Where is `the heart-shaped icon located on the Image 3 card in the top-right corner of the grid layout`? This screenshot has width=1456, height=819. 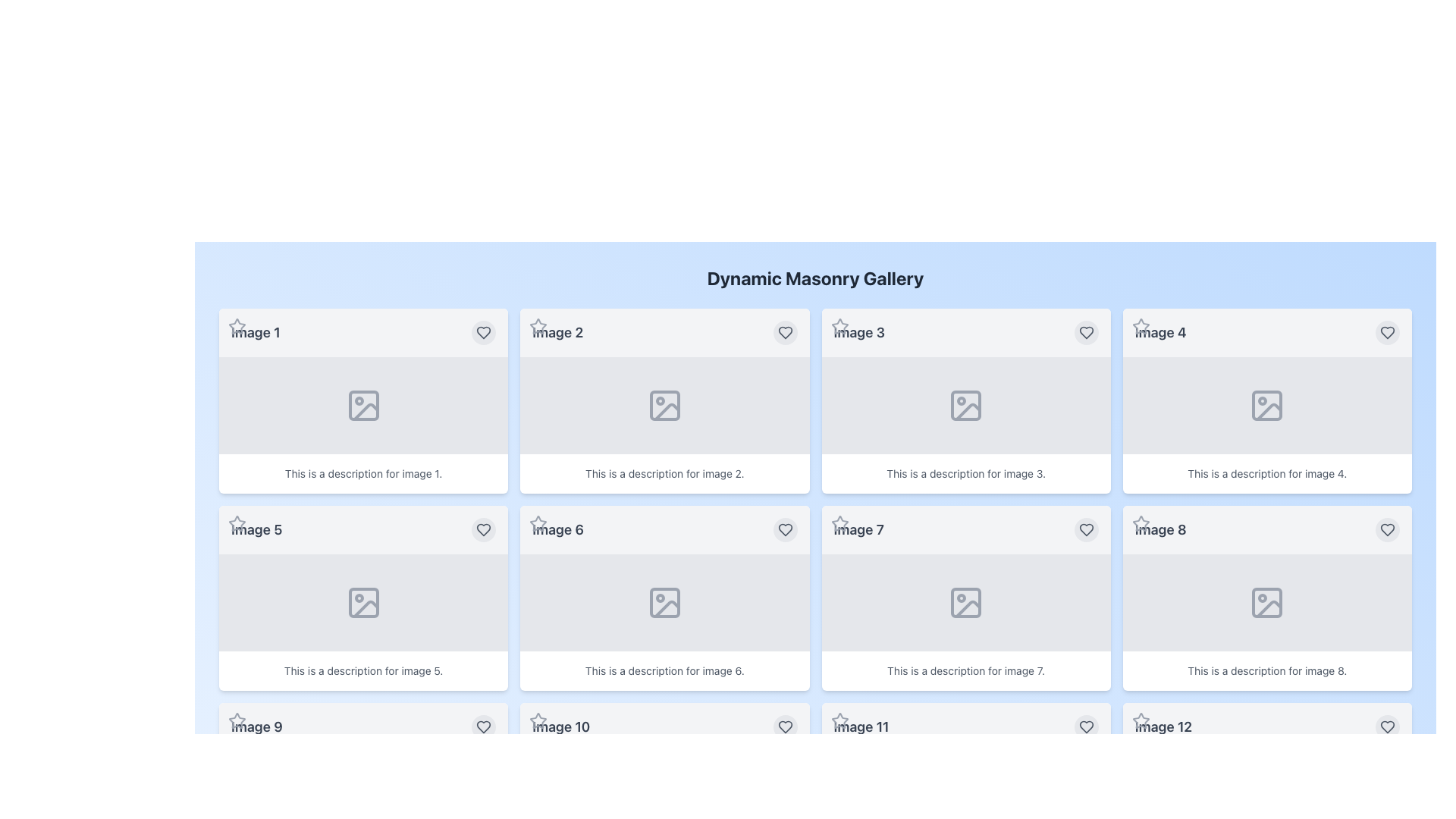 the heart-shaped icon located on the Image 3 card in the top-right corner of the grid layout is located at coordinates (1085, 332).